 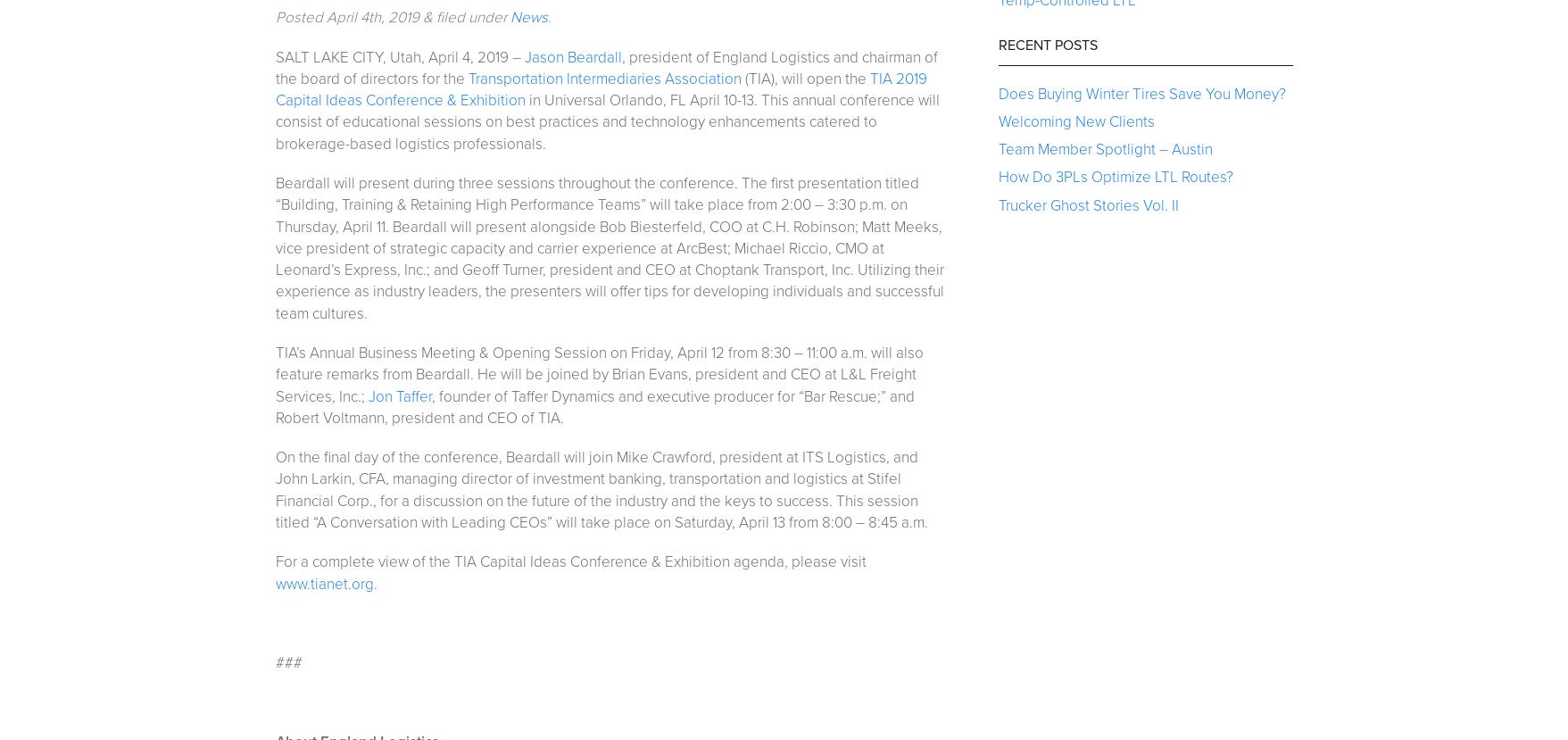 What do you see at coordinates (605, 121) in the screenshot?
I see `'in Universal Orlando, FL April 10-13. This annual conference will consist of educational sessions on best practices and technology enhancements catered to brokerage-based logistics professionals.'` at bounding box center [605, 121].